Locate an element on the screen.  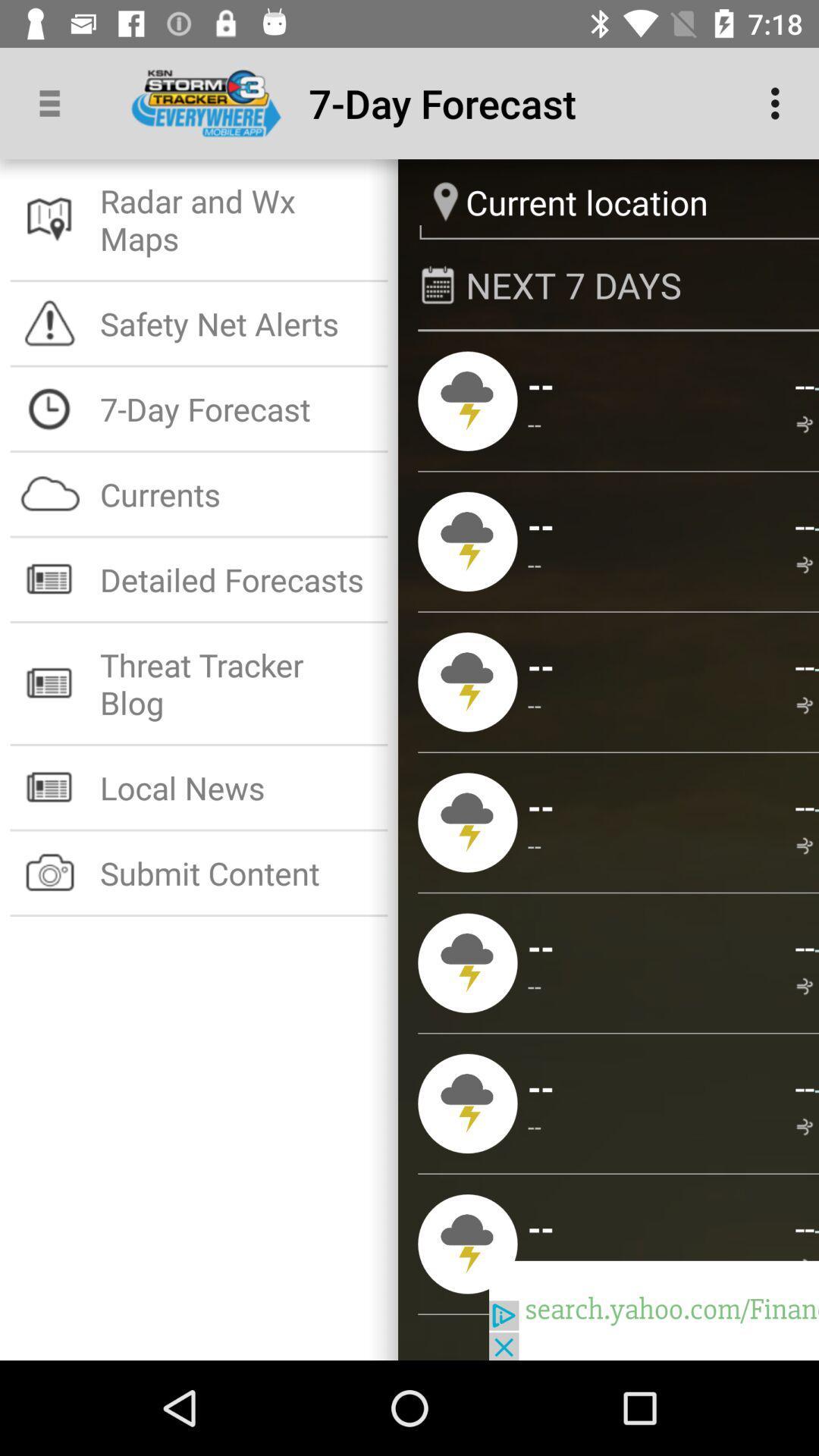
advertisement is located at coordinates (653, 1310).